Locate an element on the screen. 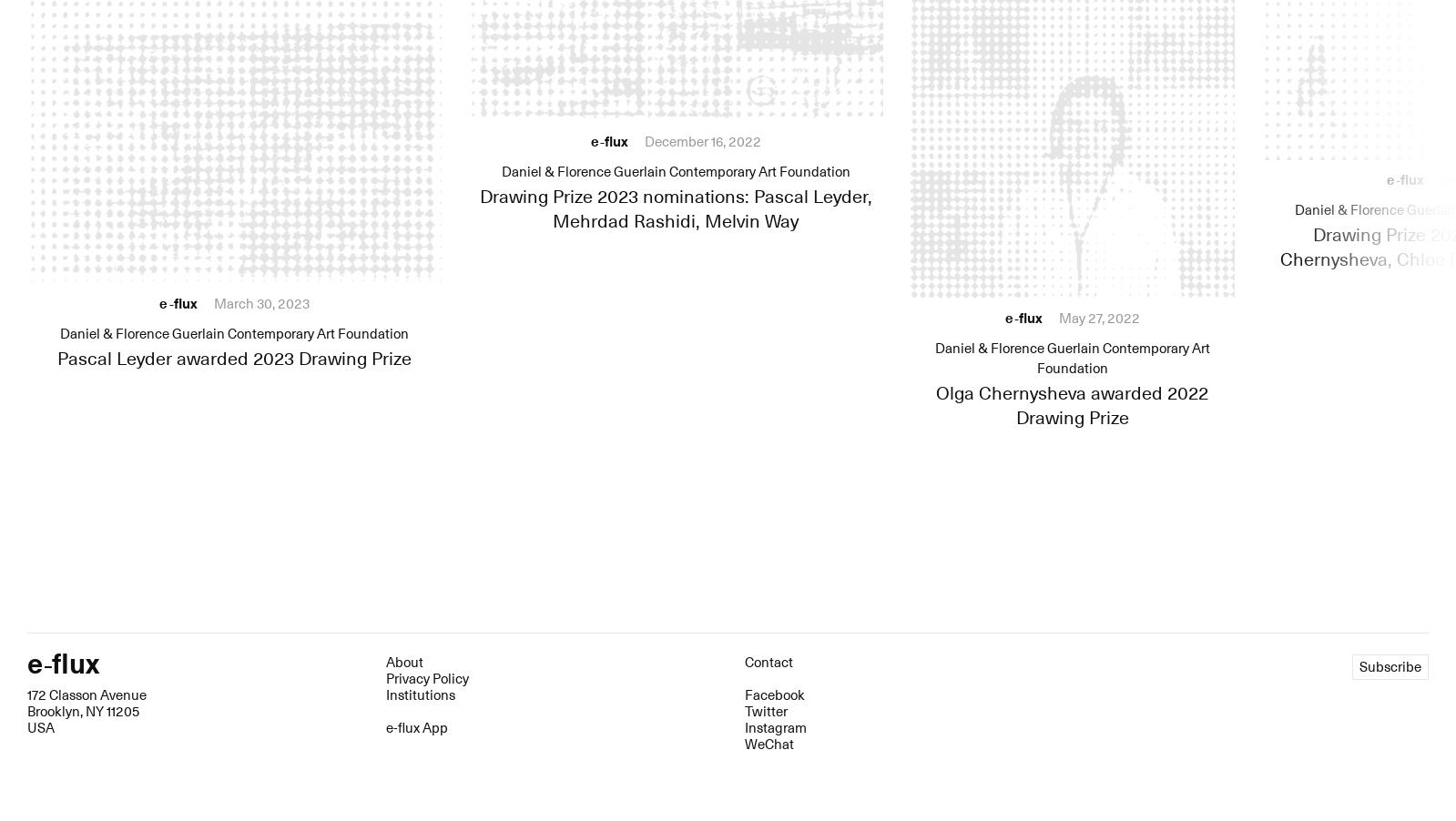 This screenshot has height=821, width=1456. 'USA' is located at coordinates (39, 726).